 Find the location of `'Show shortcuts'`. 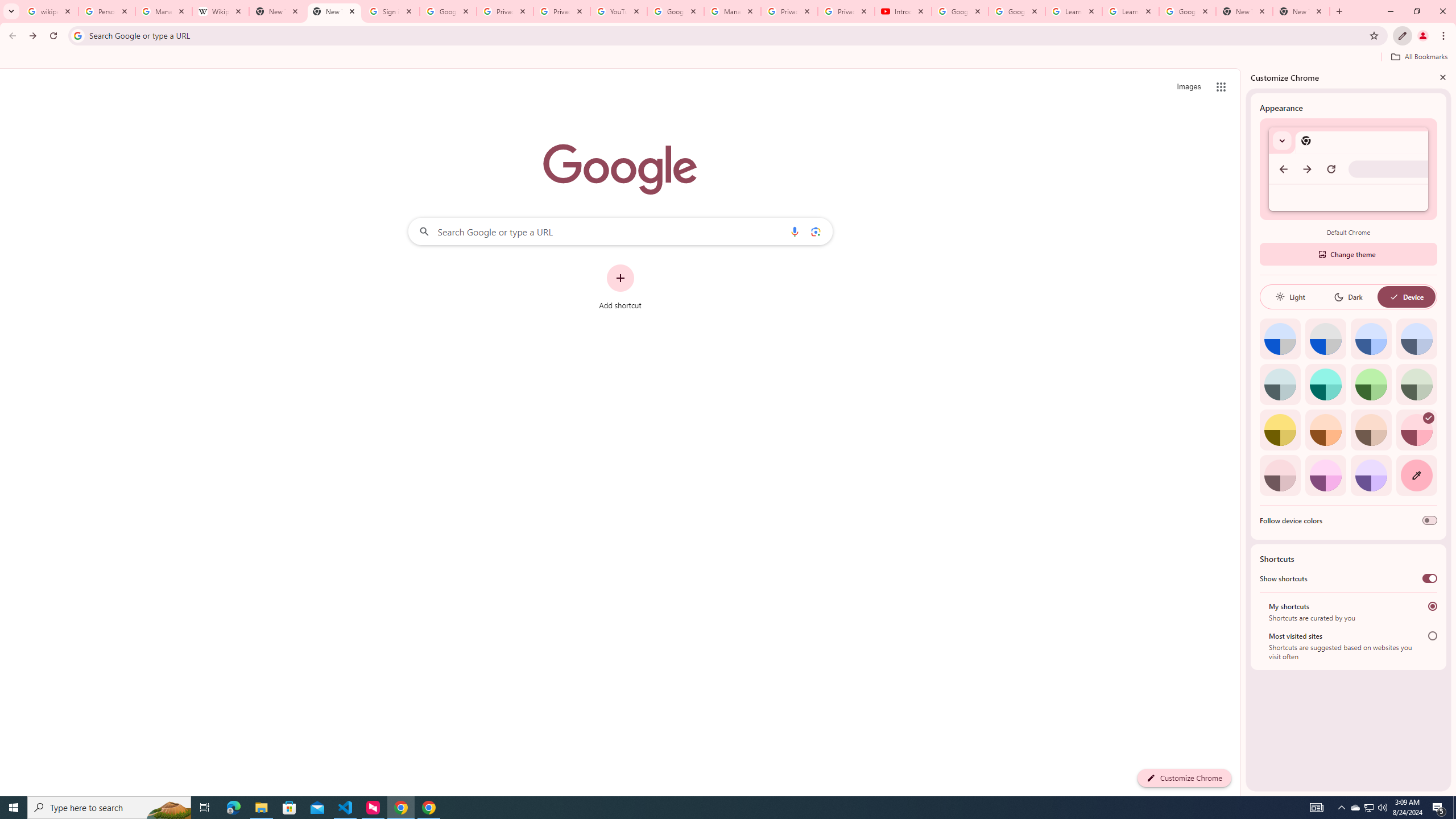

'Show shortcuts' is located at coordinates (1429, 578).